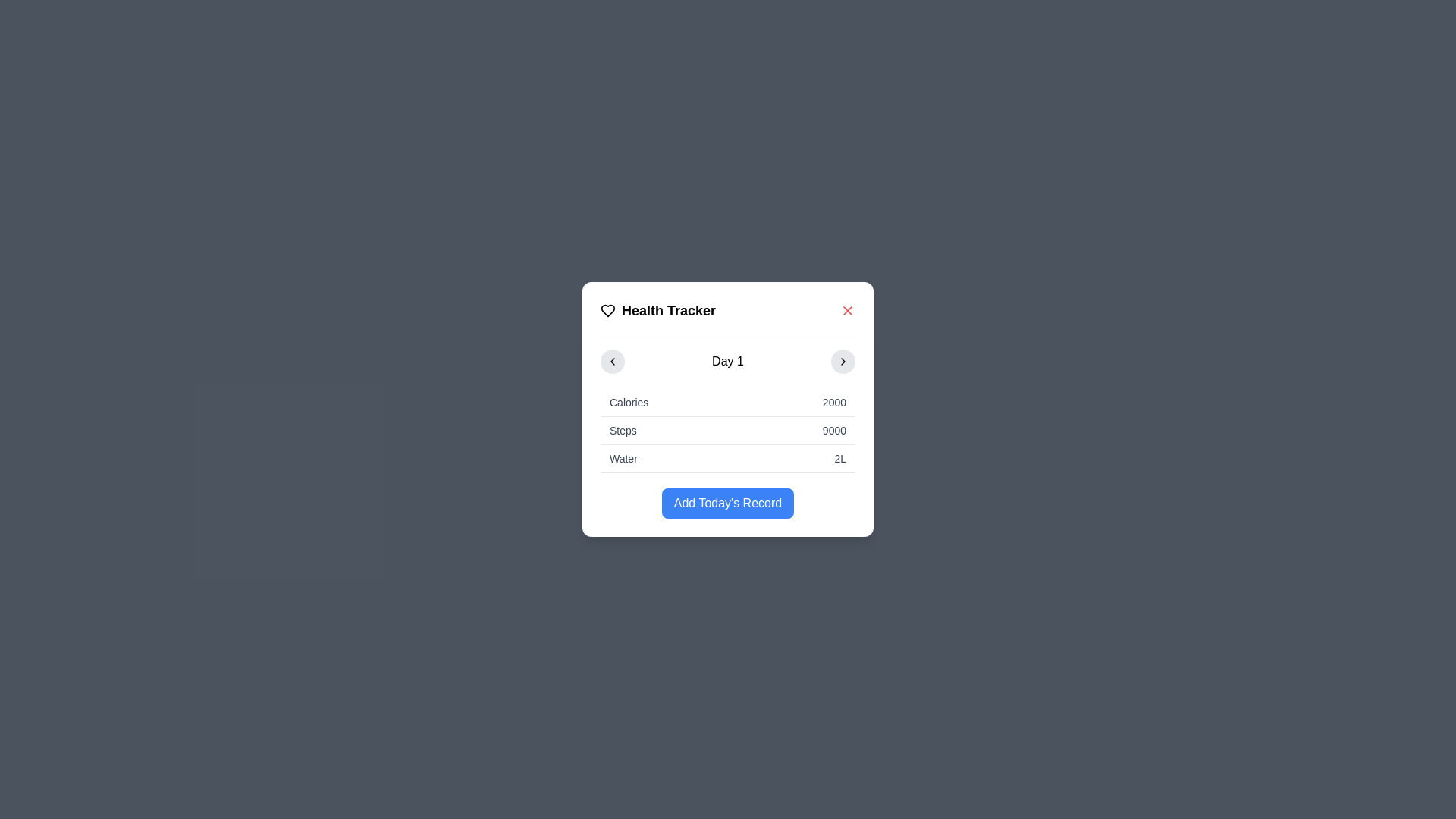  I want to click on the circular gray button with a right-facing chevron icon, so click(843, 362).